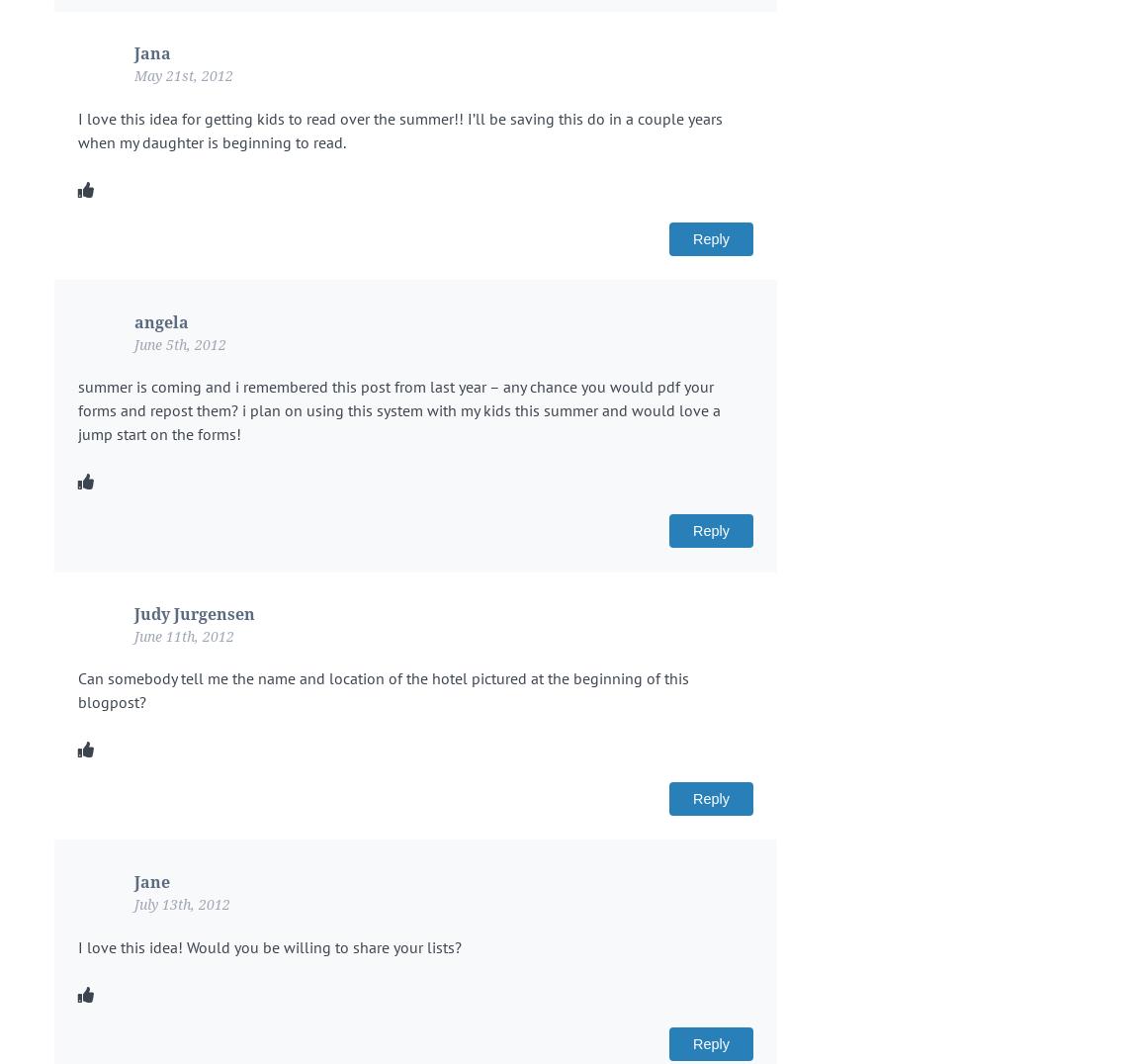 The height and width of the screenshot is (1064, 1137). Describe the element at coordinates (133, 904) in the screenshot. I see `'July 13th, 2012'` at that location.